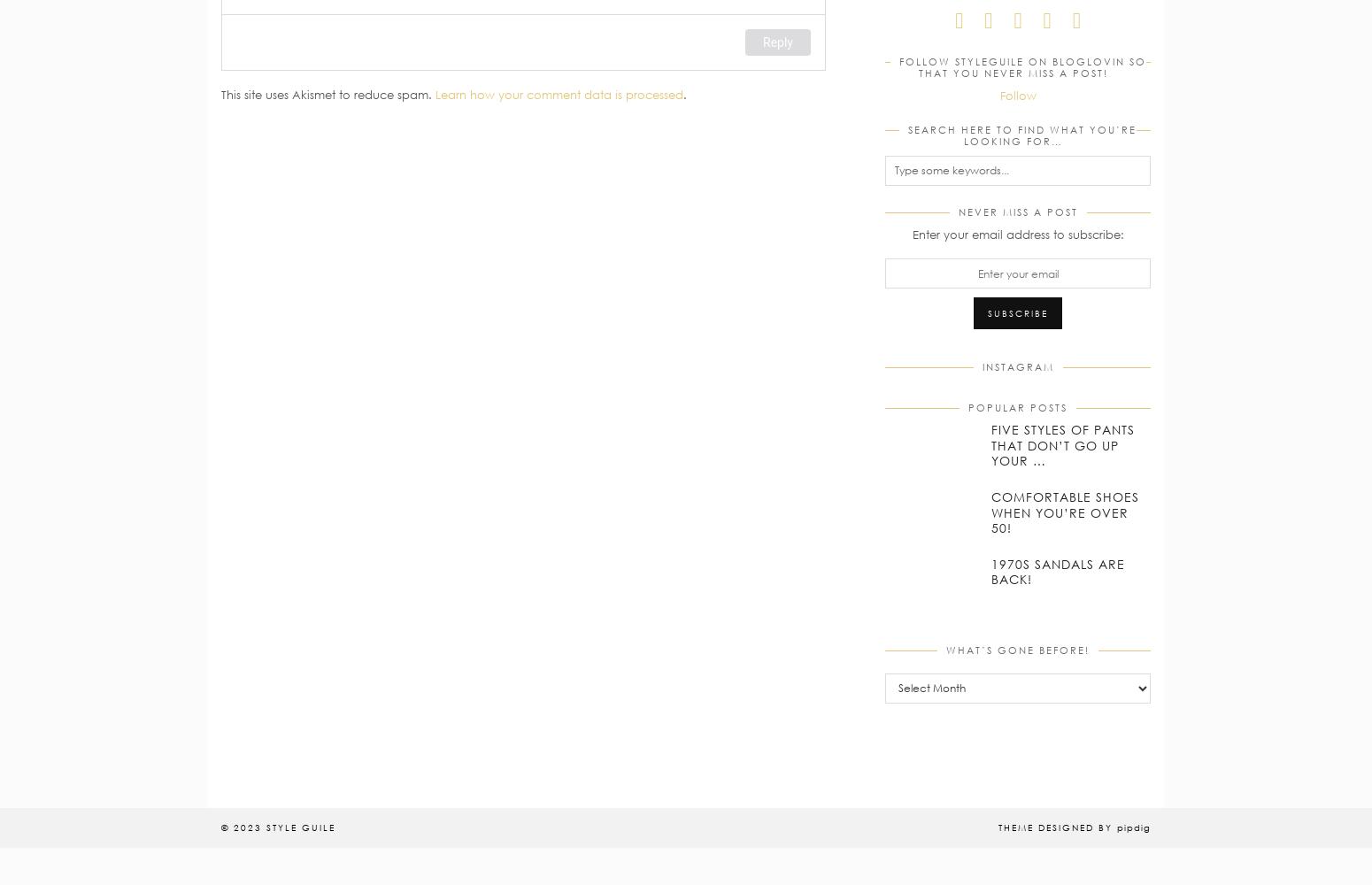 The height and width of the screenshot is (885, 1372). Describe the element at coordinates (1016, 406) in the screenshot. I see `'Popular Posts'` at that location.